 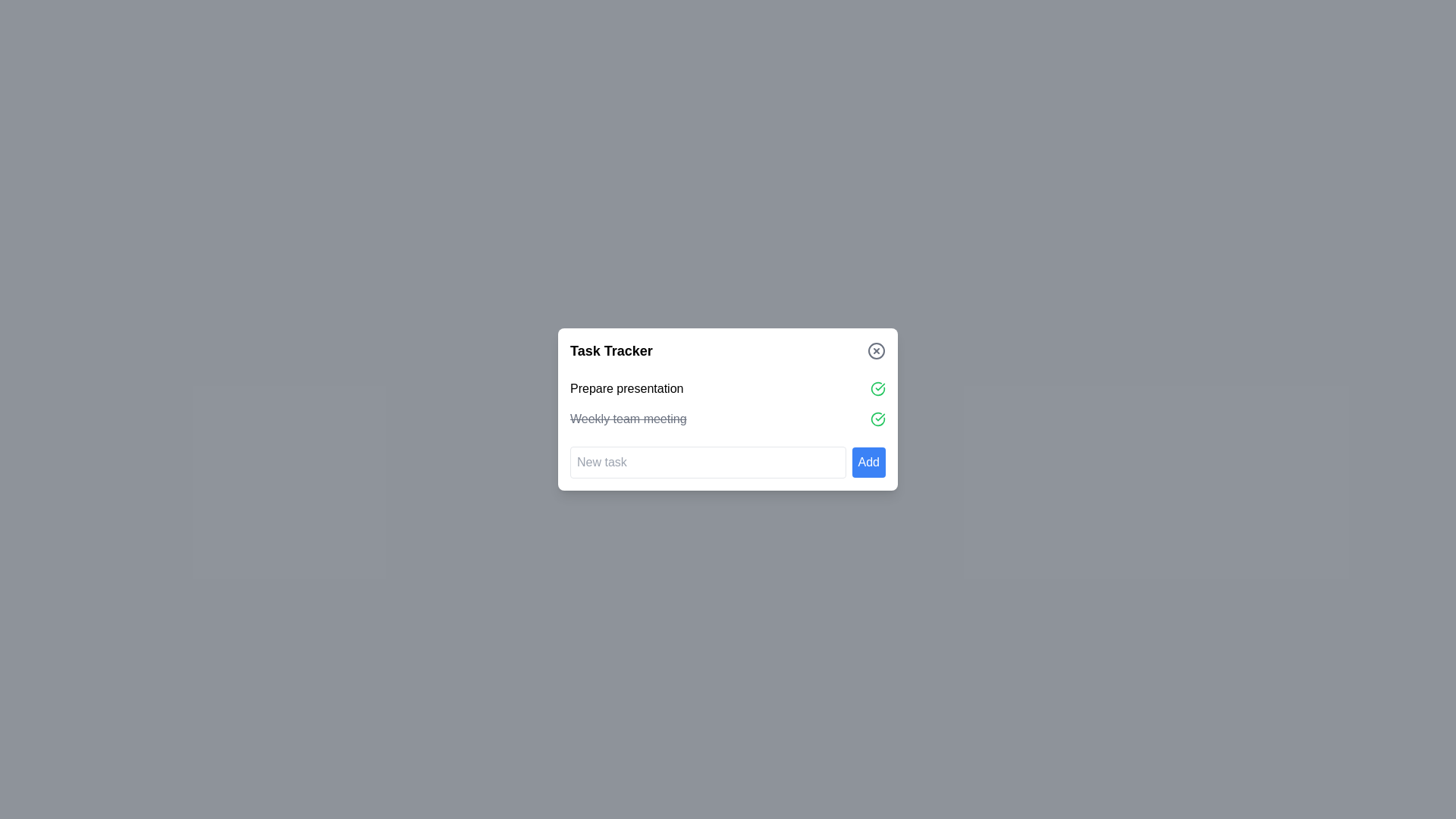 What do you see at coordinates (728, 419) in the screenshot?
I see `the checkmark of the completed task labeled in the 'Task Tracker' widget` at bounding box center [728, 419].